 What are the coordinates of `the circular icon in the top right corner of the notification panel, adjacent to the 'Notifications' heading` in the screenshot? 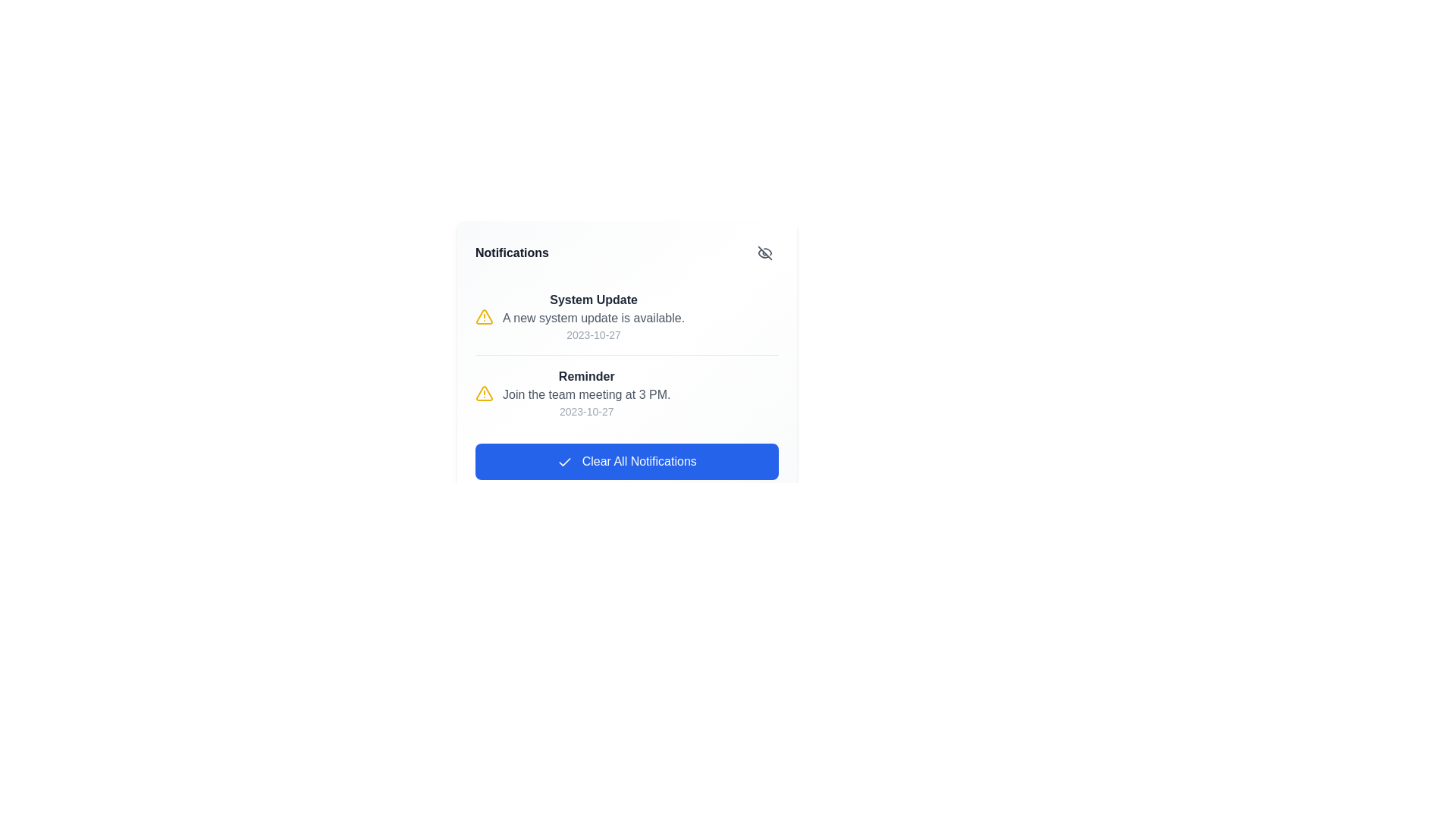 It's located at (764, 253).